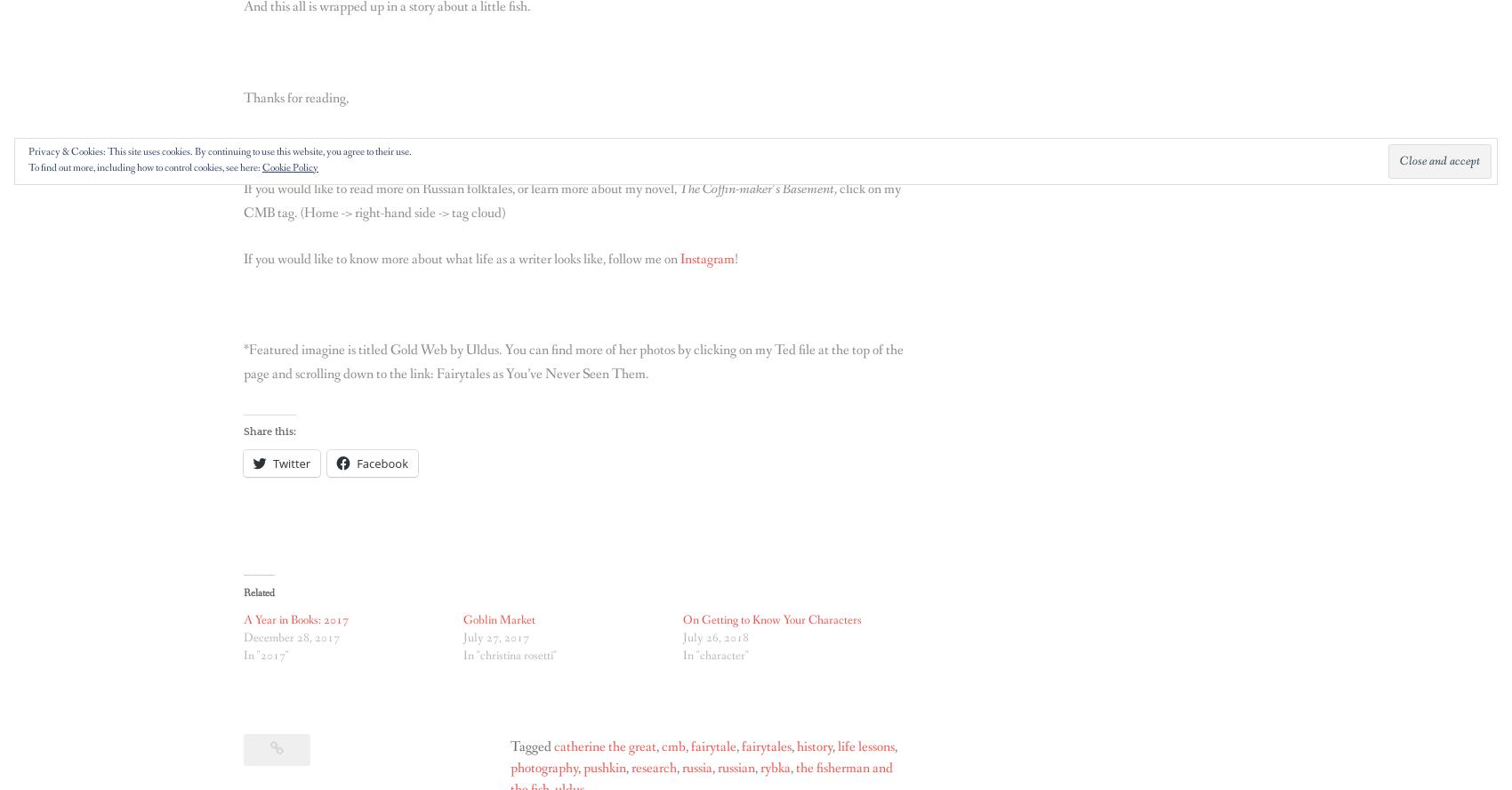 This screenshot has width=1512, height=790. I want to click on 'If you would like to know more about what life as a writer looks like, follow me on', so click(462, 257).